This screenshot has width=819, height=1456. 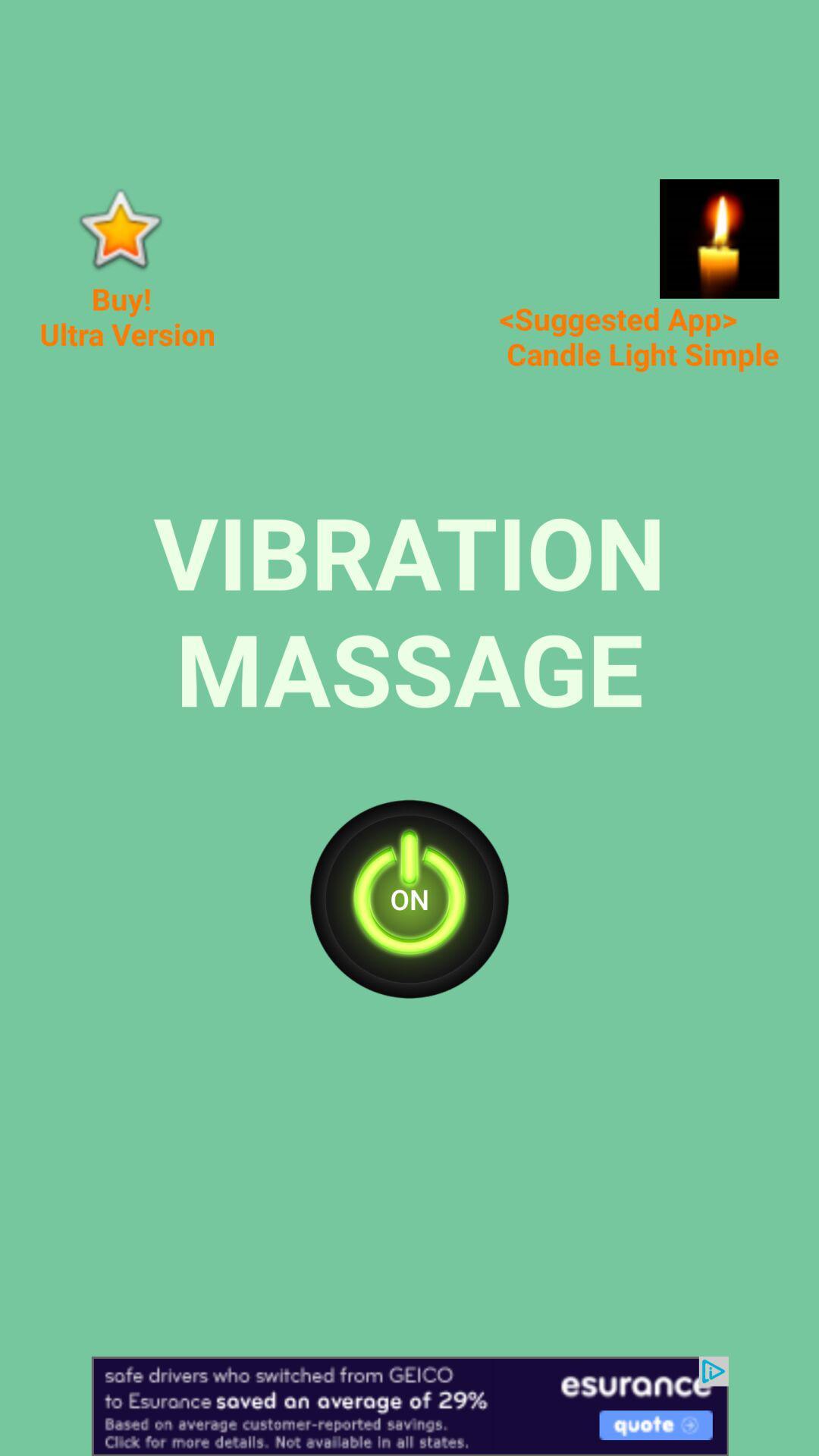 I want to click on open advertisement, so click(x=409, y=1405).